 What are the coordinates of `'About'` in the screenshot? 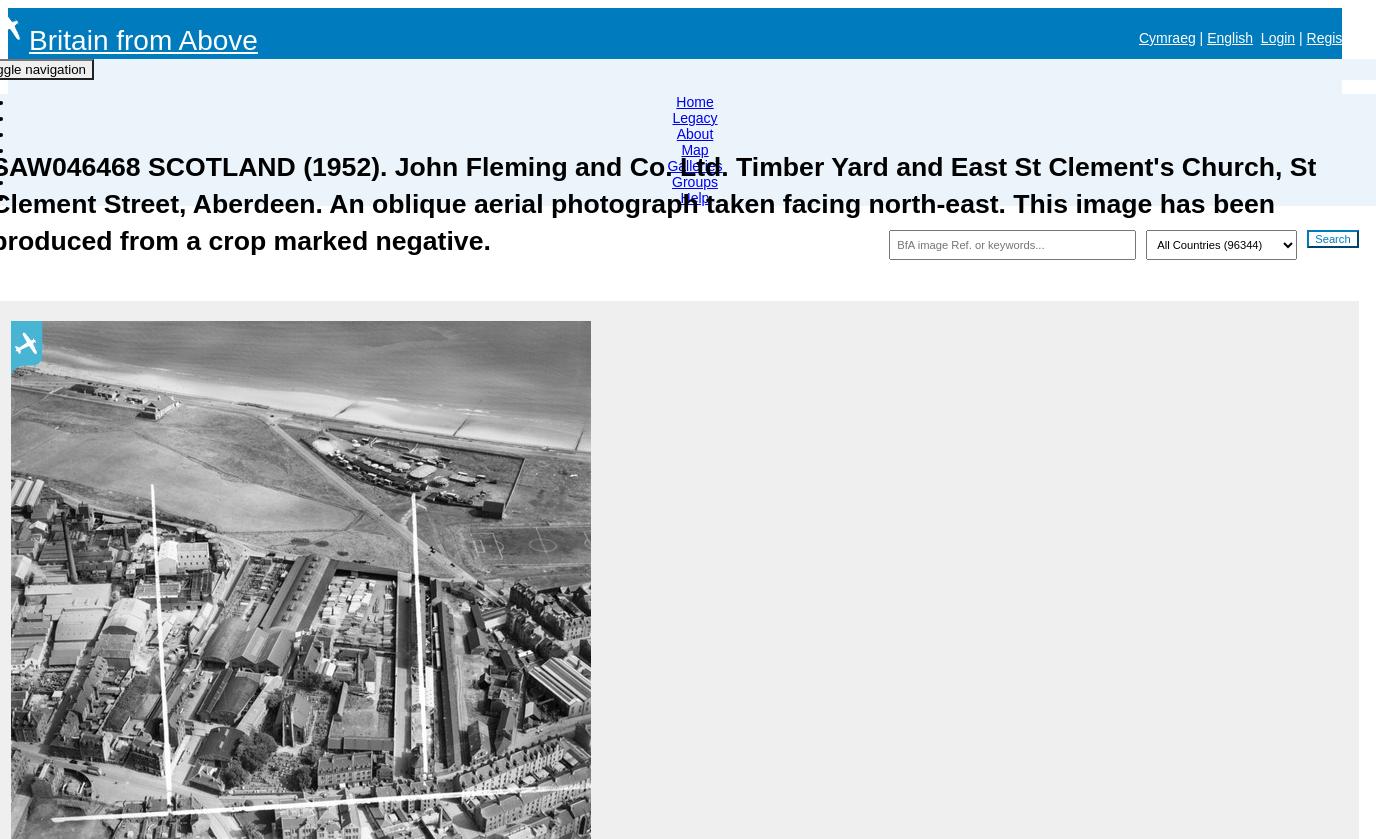 It's located at (693, 133).